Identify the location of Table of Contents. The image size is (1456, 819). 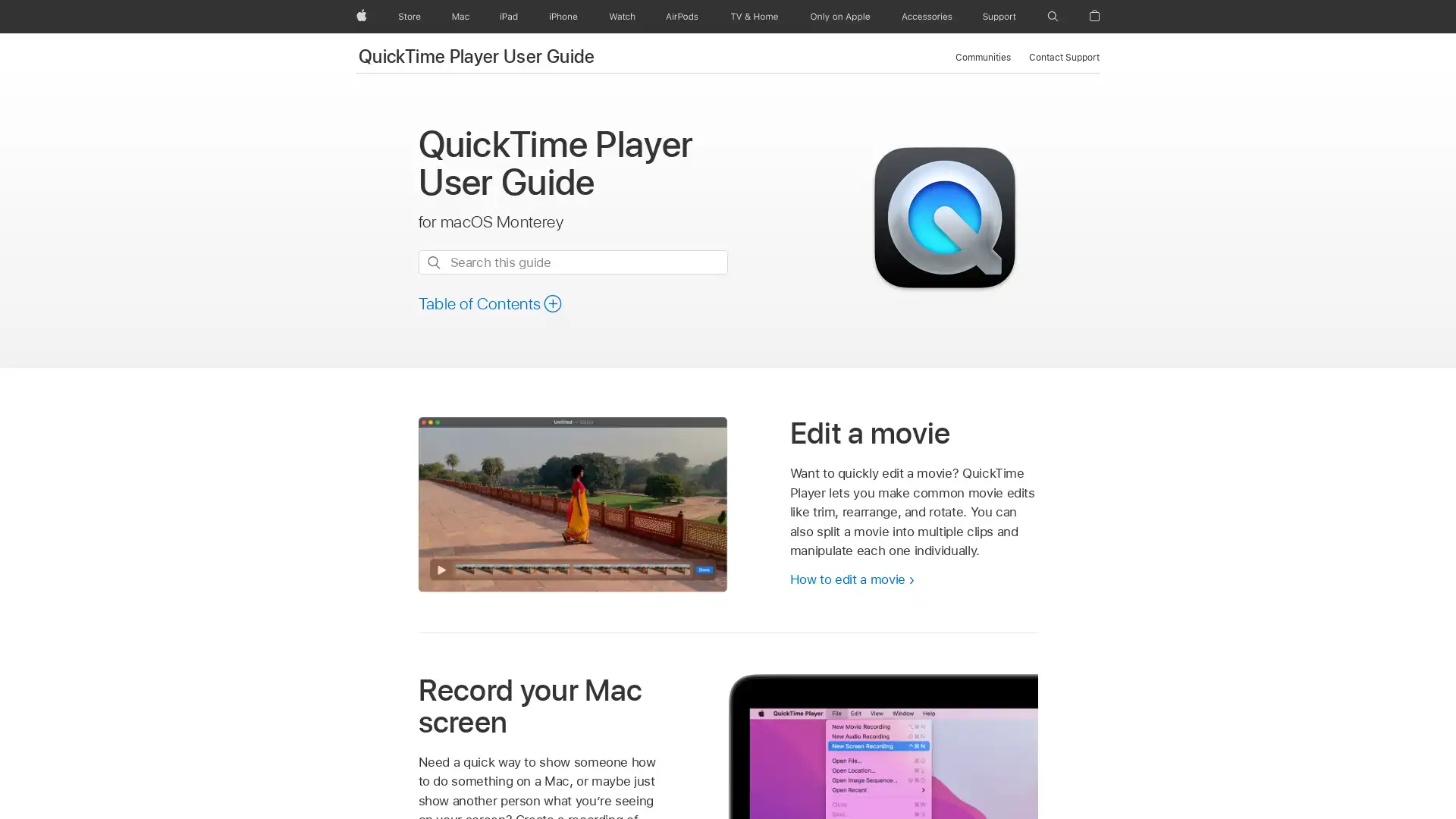
(490, 303).